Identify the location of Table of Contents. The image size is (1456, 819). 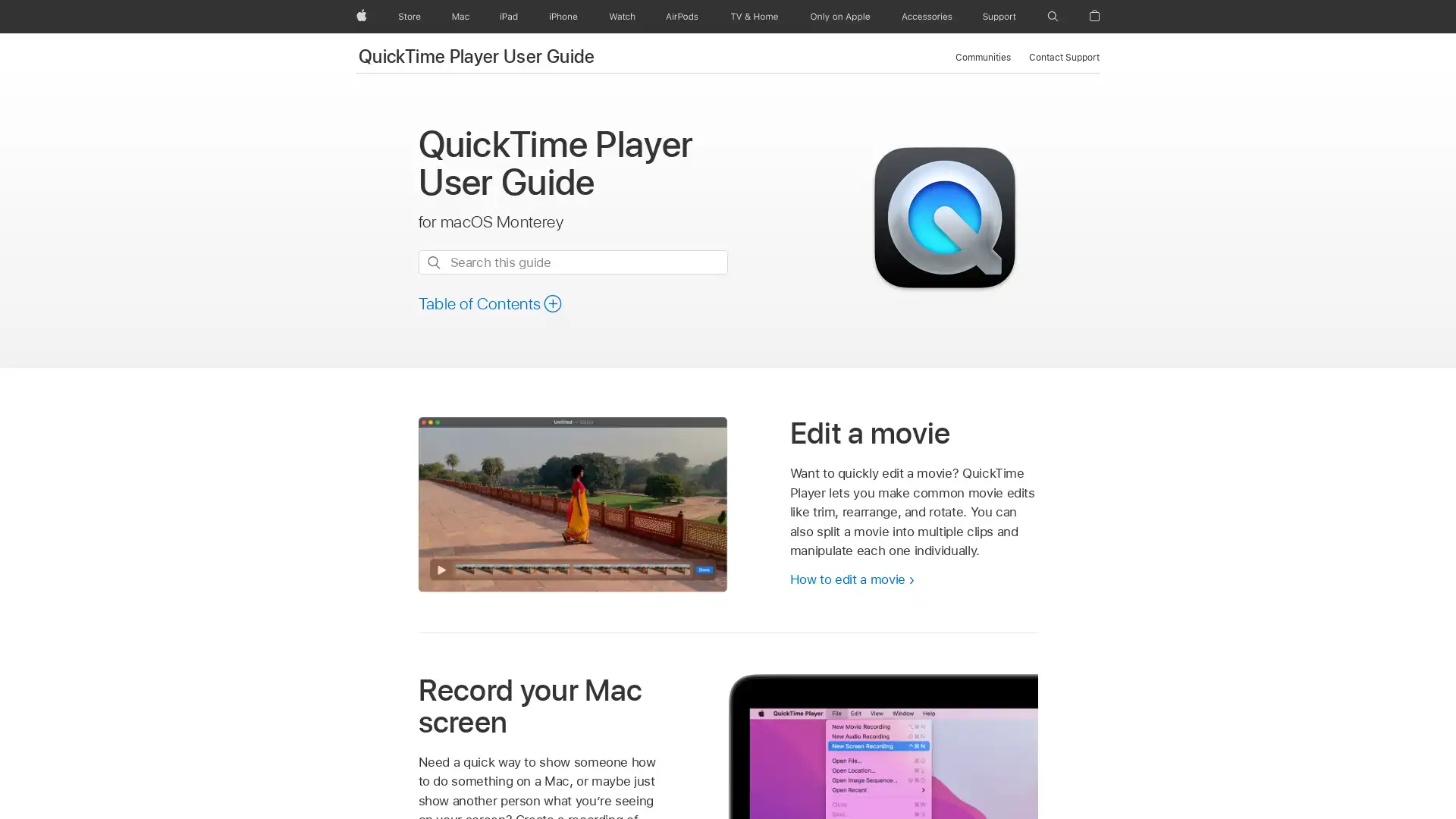
(490, 303).